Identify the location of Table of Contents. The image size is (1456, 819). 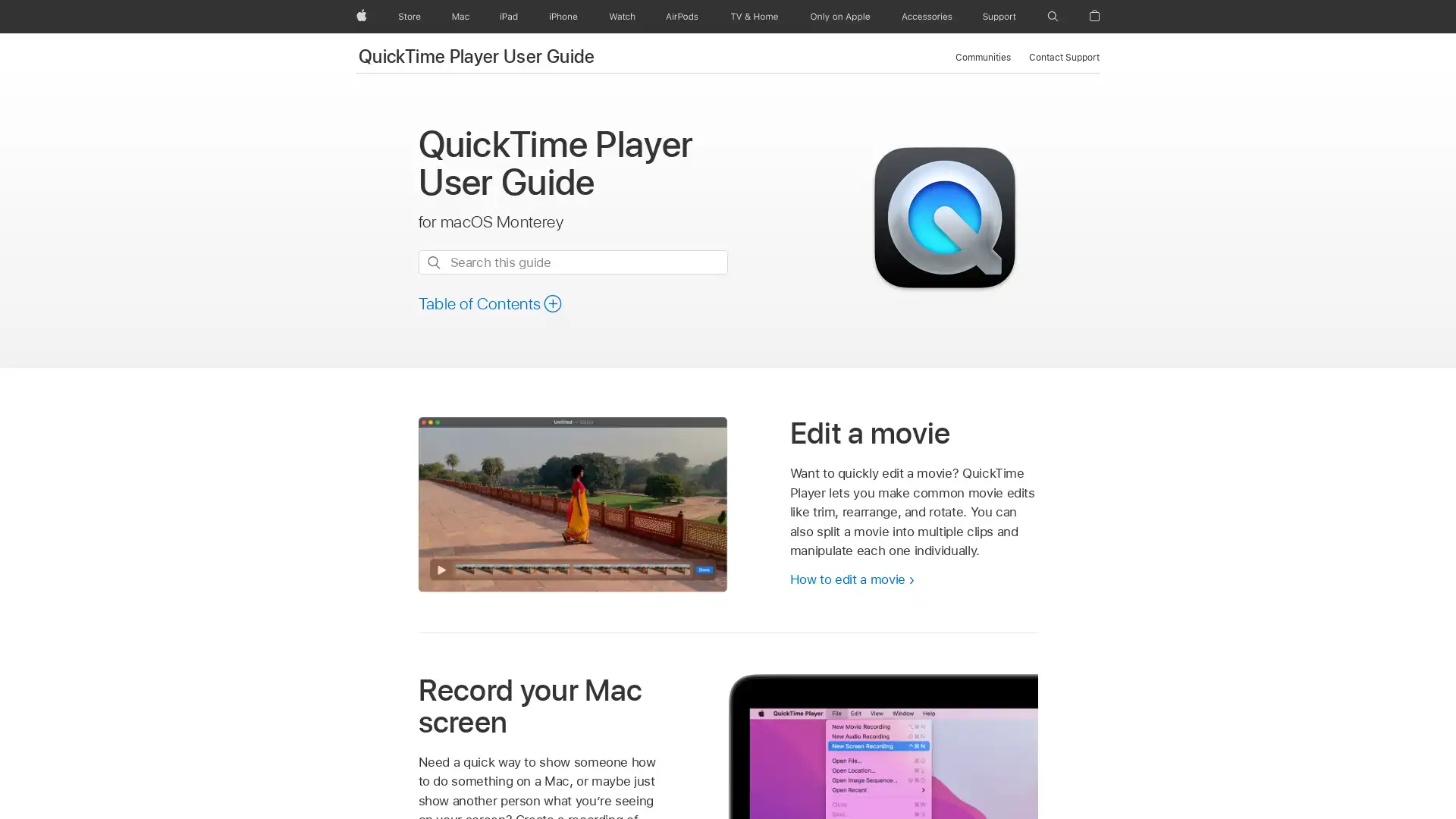
(490, 303).